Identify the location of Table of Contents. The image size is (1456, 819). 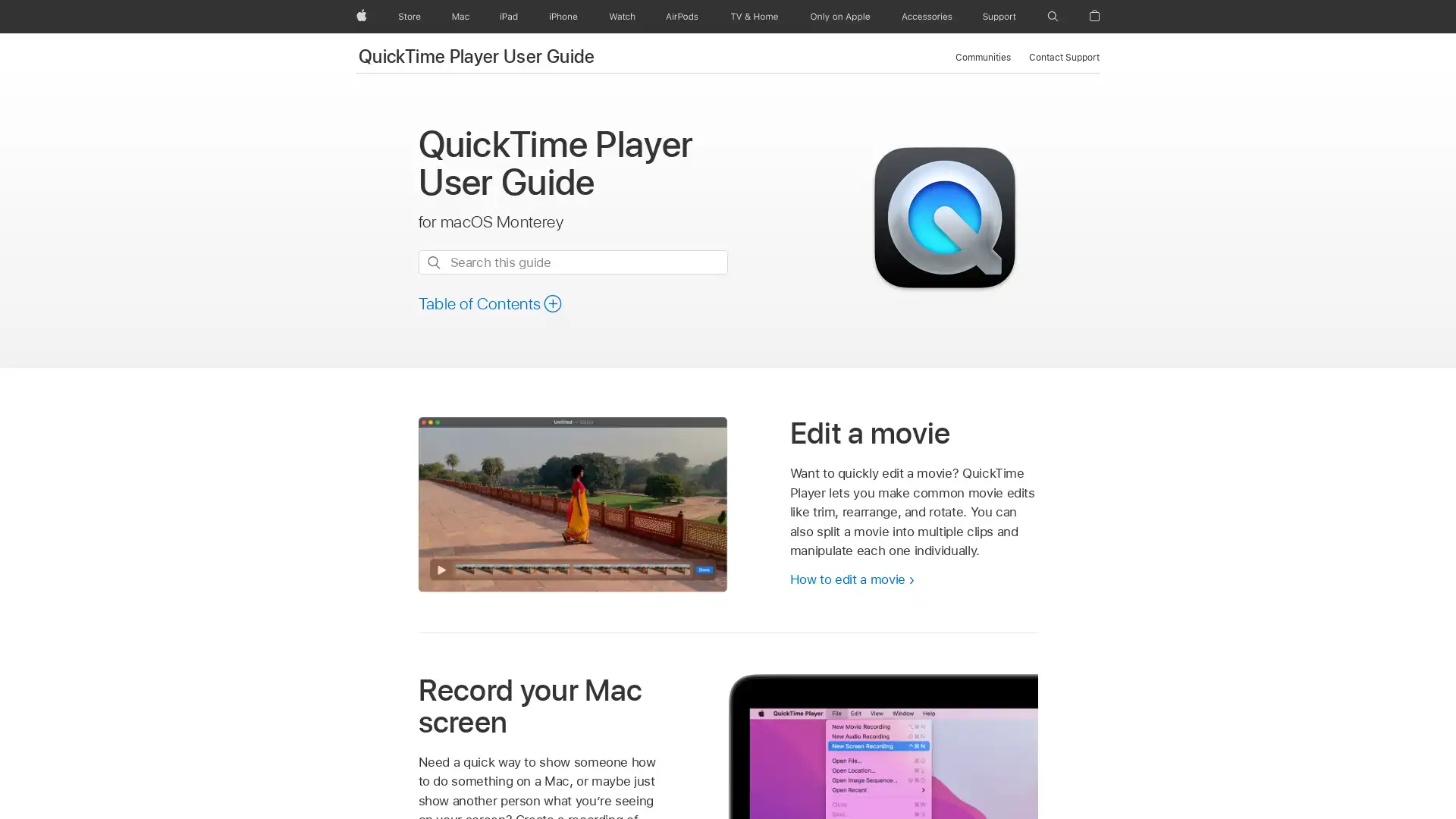
(490, 303).